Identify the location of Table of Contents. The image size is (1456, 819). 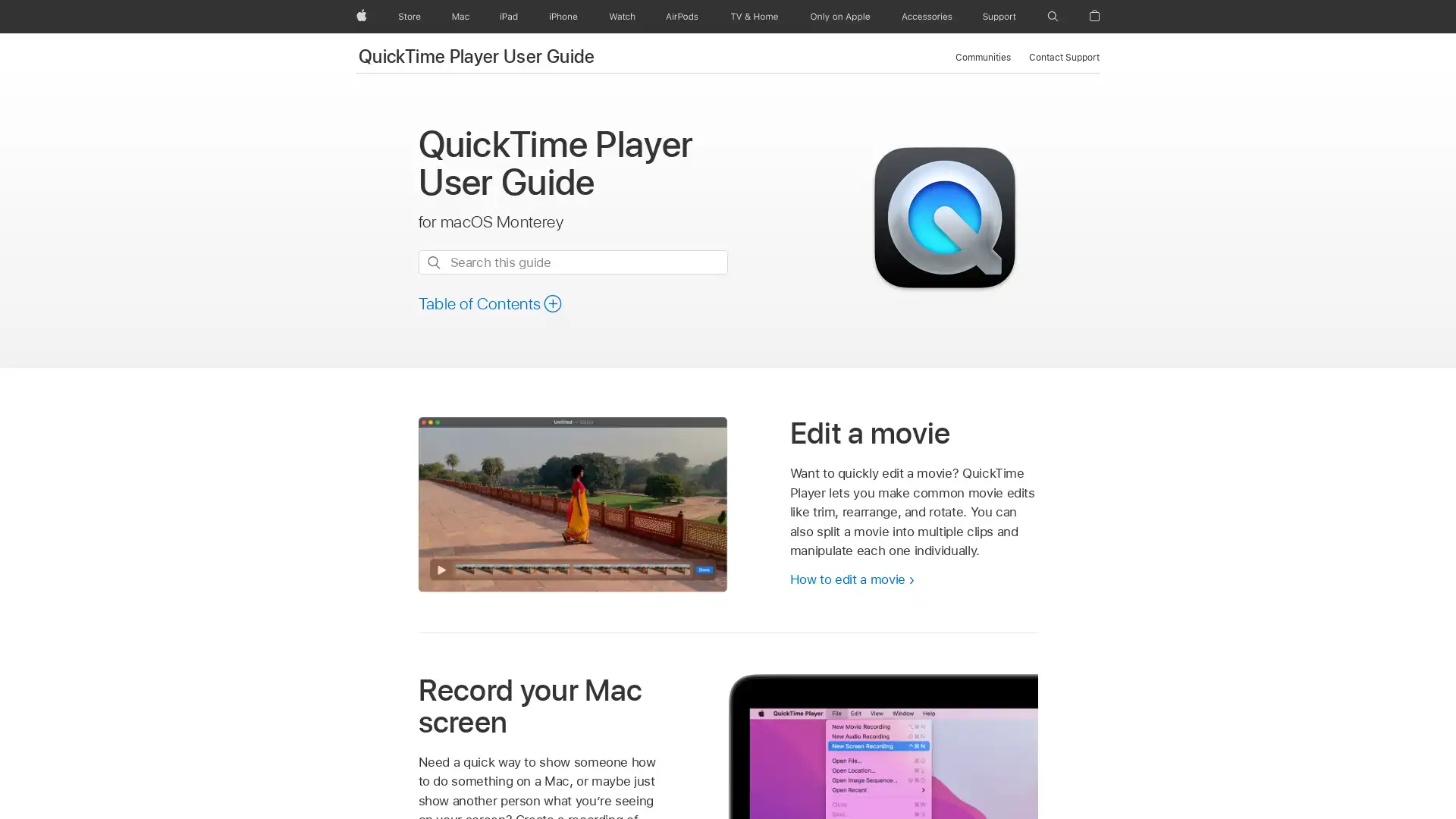
(490, 303).